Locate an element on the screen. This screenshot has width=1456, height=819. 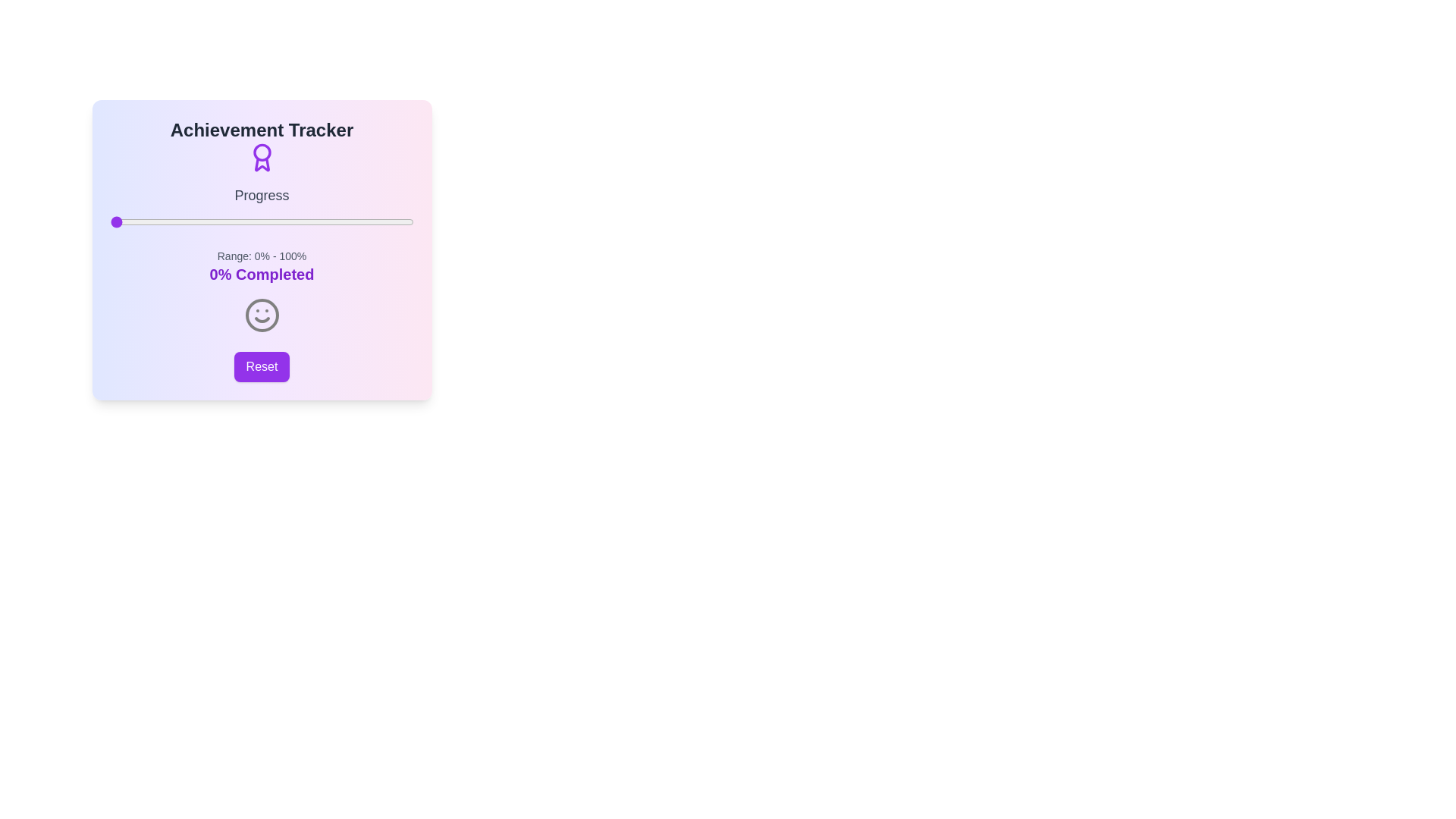
reset button to reset the progress is located at coordinates (262, 366).